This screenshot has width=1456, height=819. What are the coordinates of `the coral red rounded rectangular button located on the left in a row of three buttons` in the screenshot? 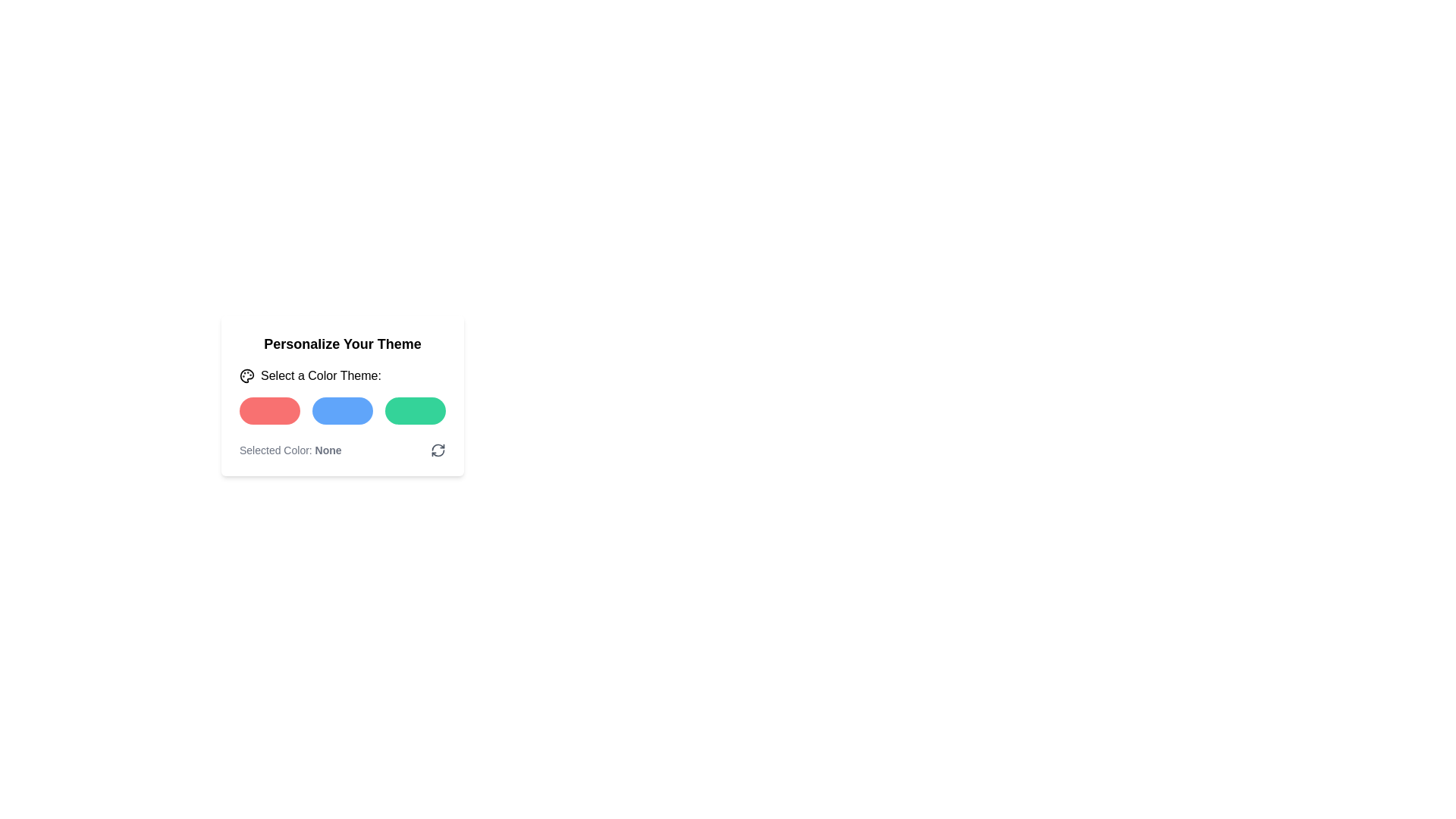 It's located at (269, 411).